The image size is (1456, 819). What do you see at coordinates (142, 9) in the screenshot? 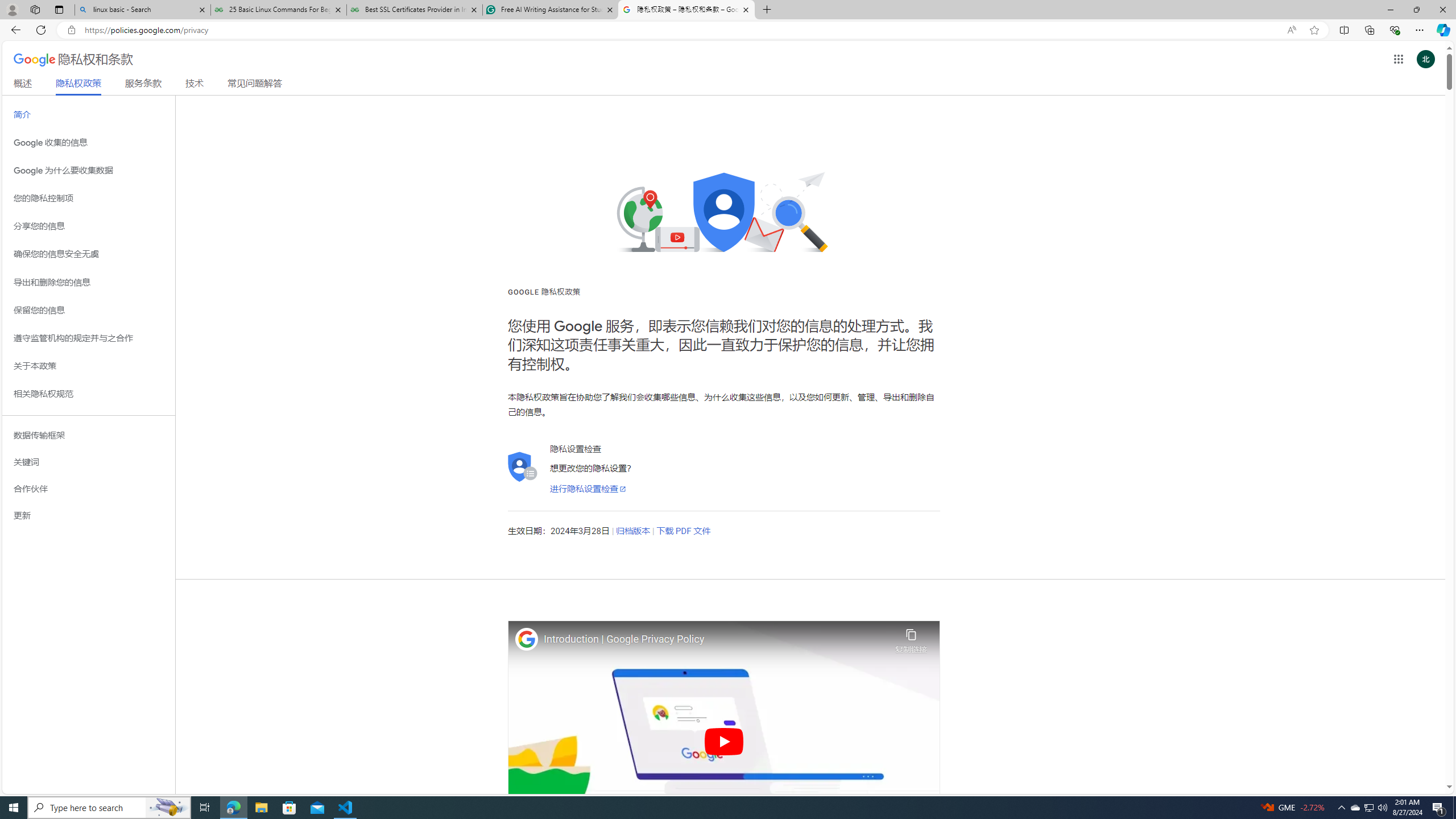
I see `'linux basic - Search'` at bounding box center [142, 9].